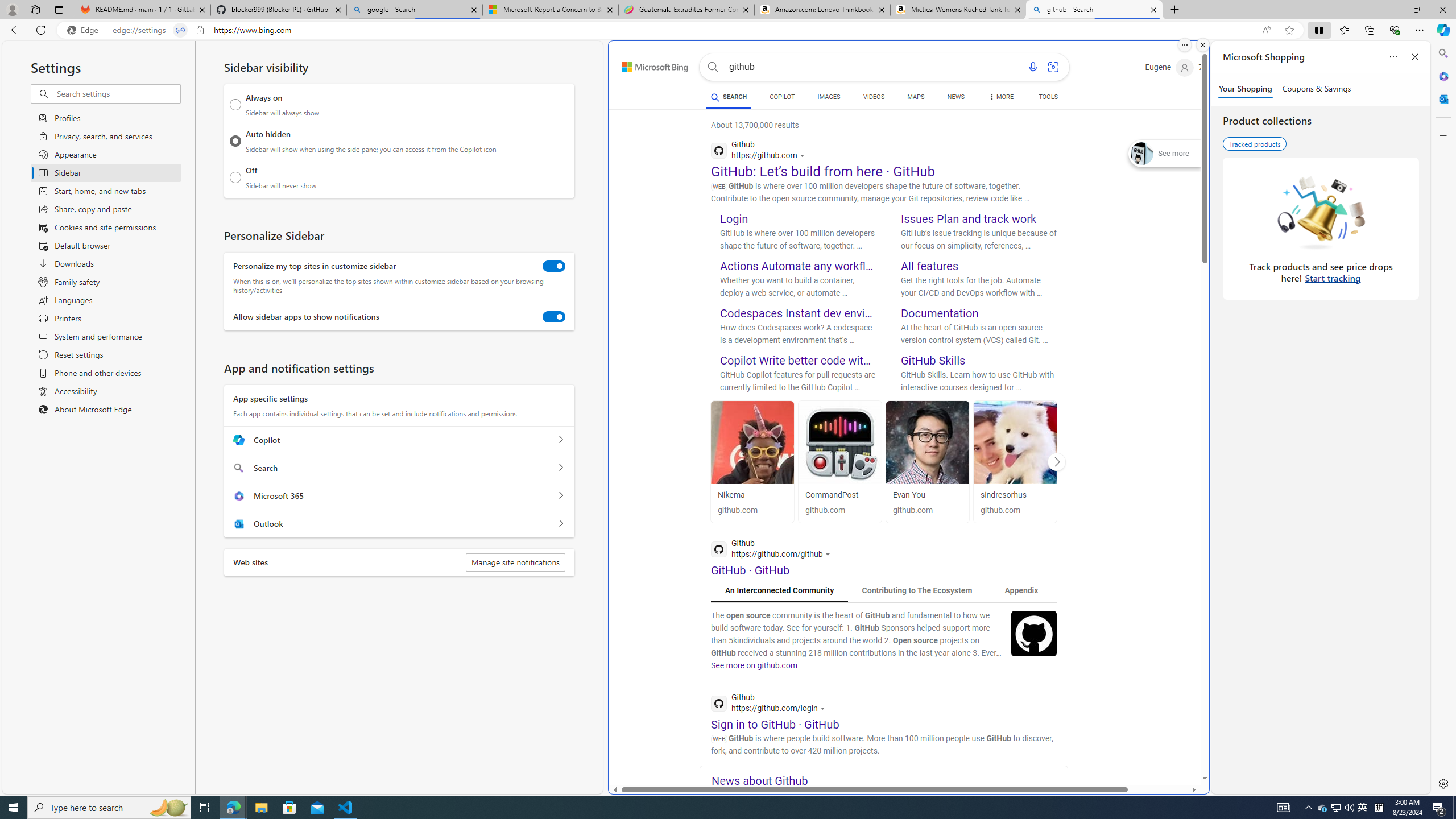 The image size is (1456, 819). What do you see at coordinates (1052, 67) in the screenshot?
I see `'Search using an image'` at bounding box center [1052, 67].